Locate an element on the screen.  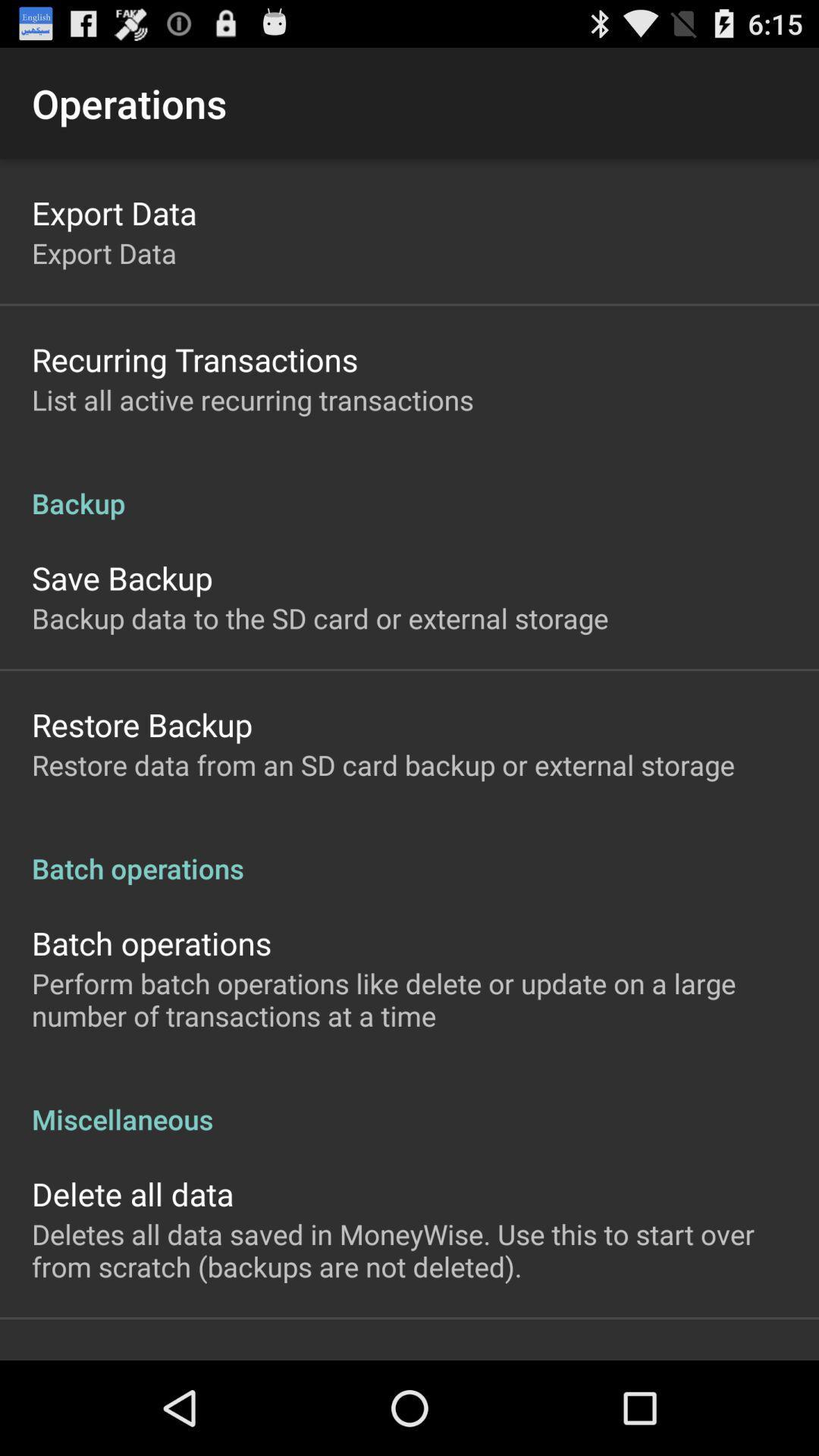
app above the backup data to app is located at coordinates (121, 577).